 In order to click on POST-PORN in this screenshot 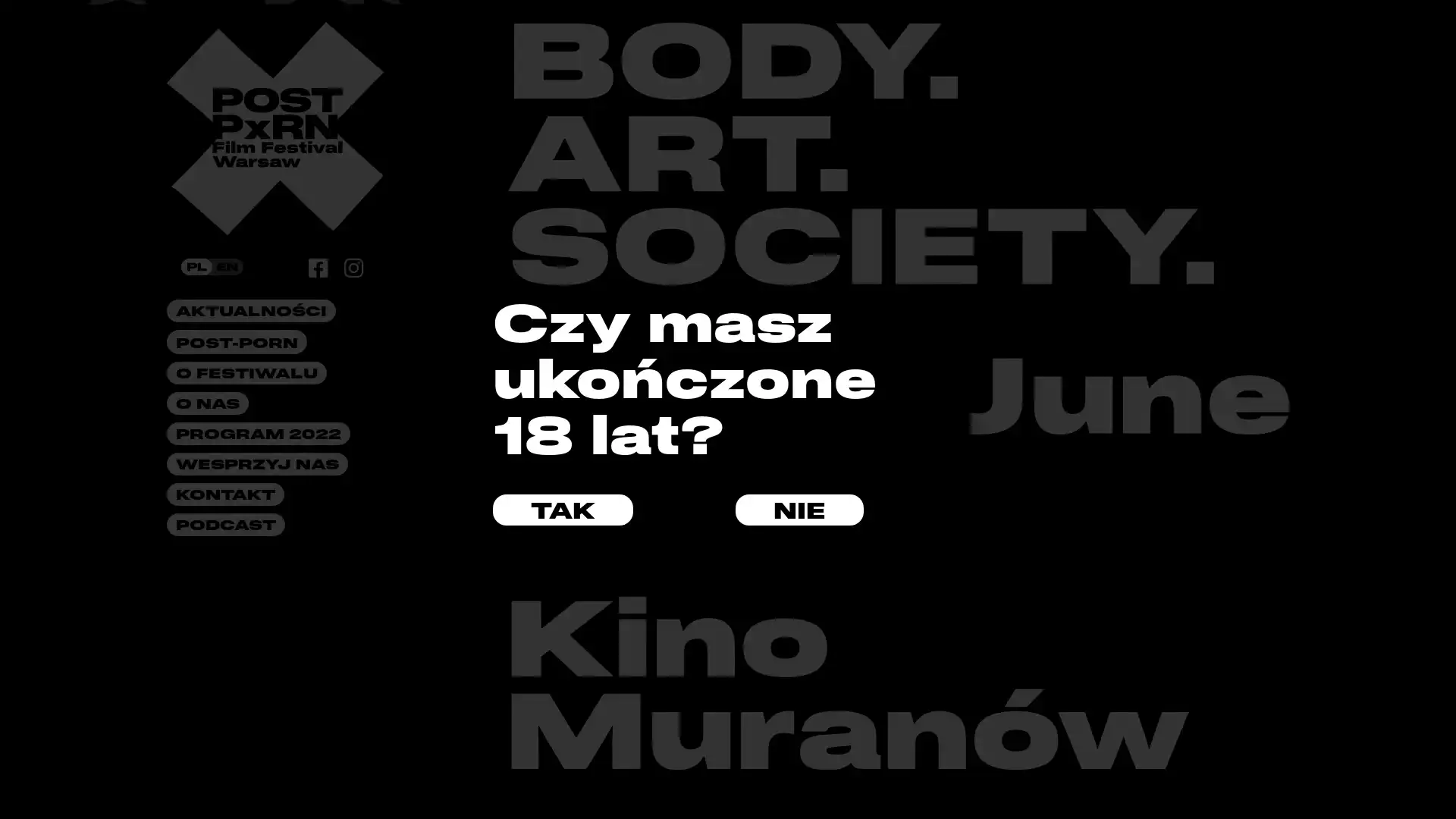, I will do `click(236, 342)`.